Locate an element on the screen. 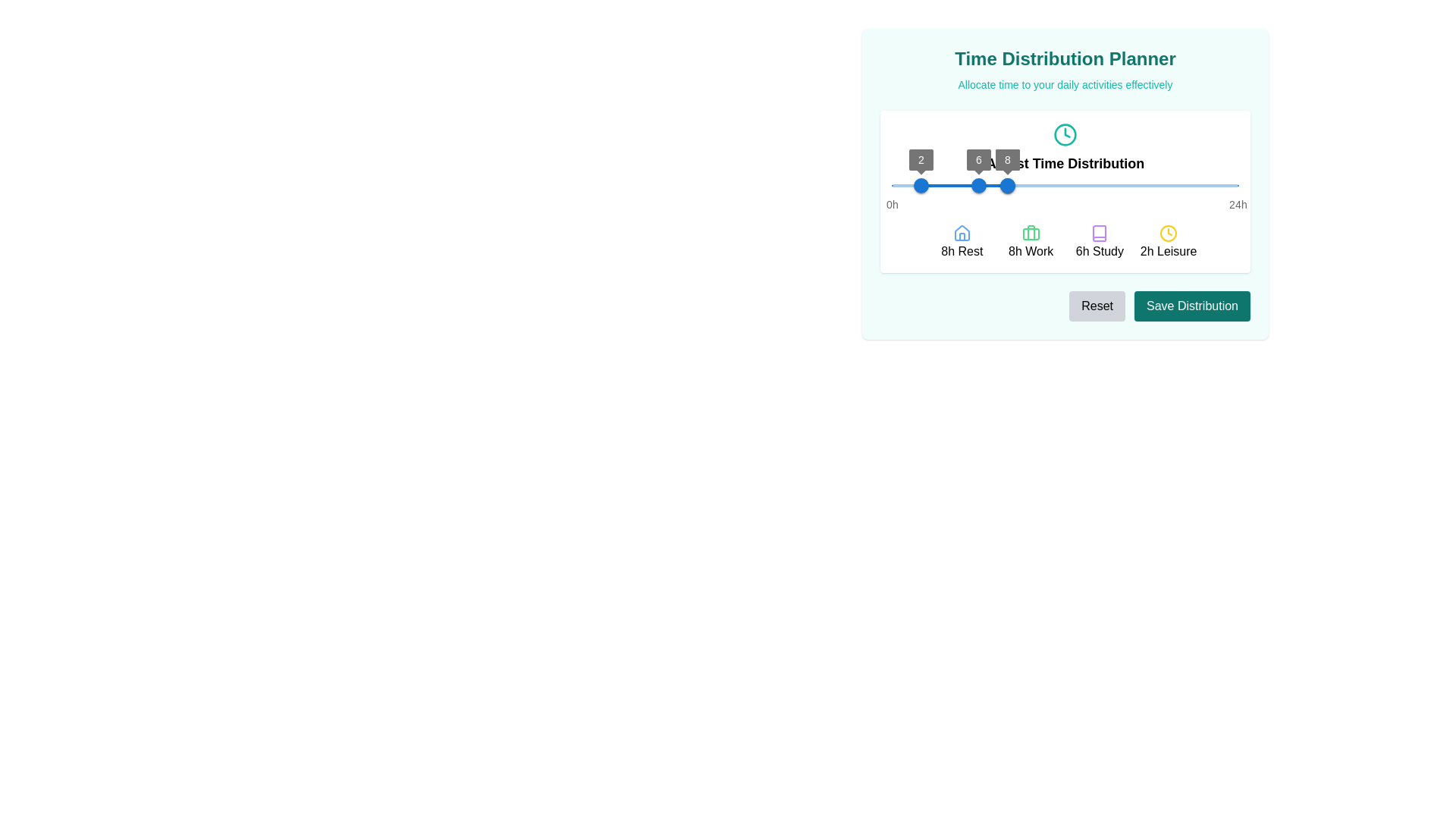 Image resolution: width=1456 pixels, height=819 pixels. text label '2h Leisure' associated with the yellow clock icon located at the bottom right corner of the grid arrangement is located at coordinates (1168, 242).